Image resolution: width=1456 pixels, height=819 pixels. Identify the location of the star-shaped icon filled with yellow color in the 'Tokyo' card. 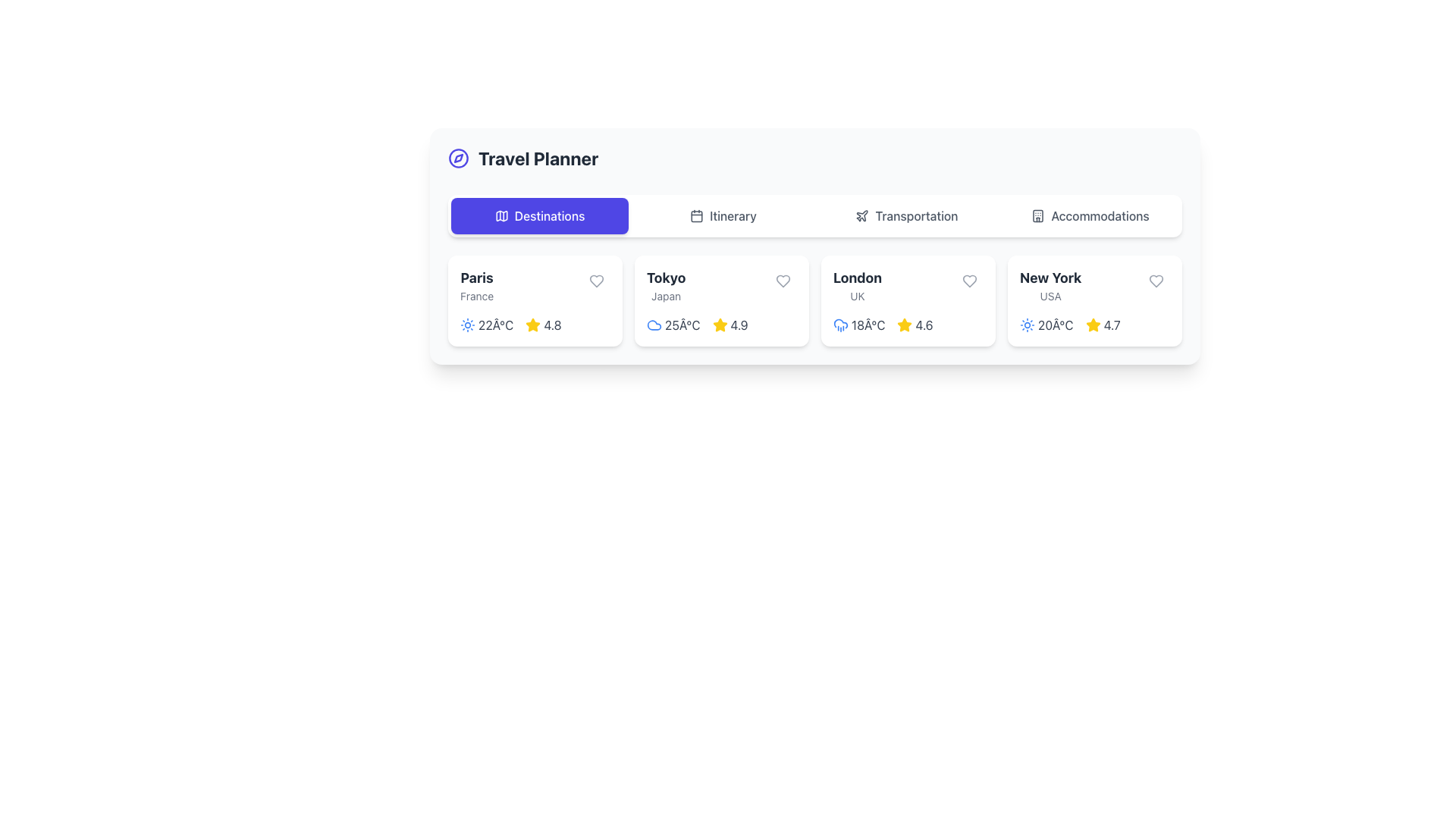
(719, 324).